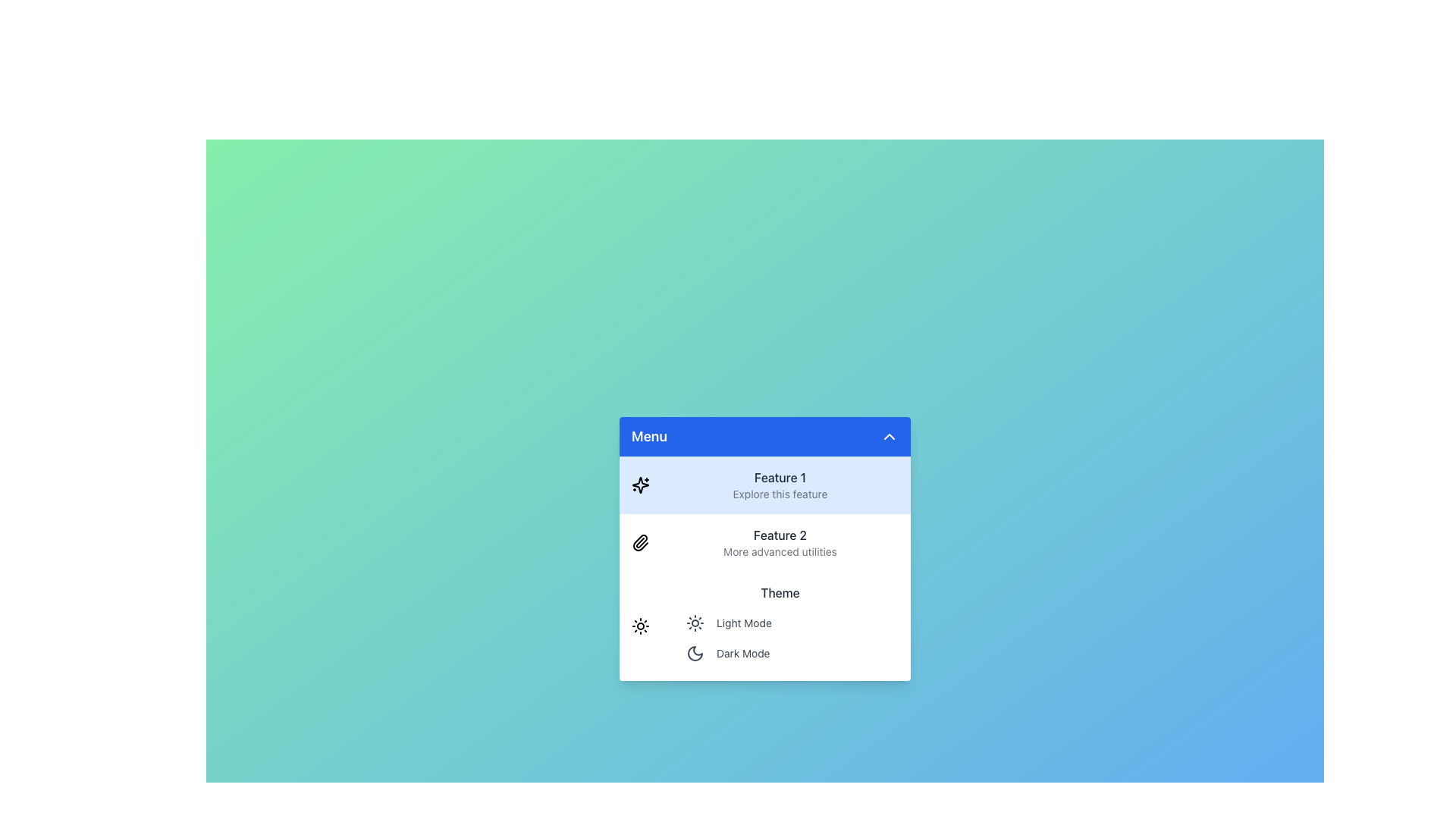 This screenshot has width=1456, height=819. I want to click on the icon representing 'Feature 1' located in the second section of the menu interface, so click(640, 485).